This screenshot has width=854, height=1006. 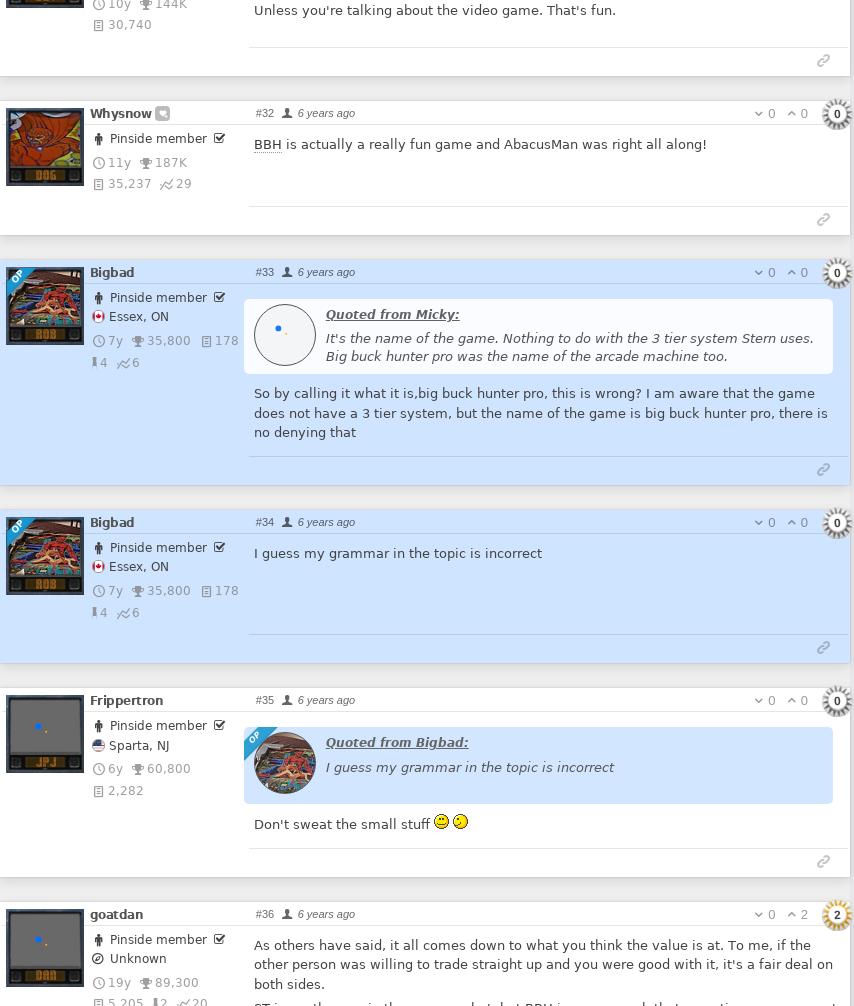 What do you see at coordinates (183, 183) in the screenshot?
I see `'29'` at bounding box center [183, 183].